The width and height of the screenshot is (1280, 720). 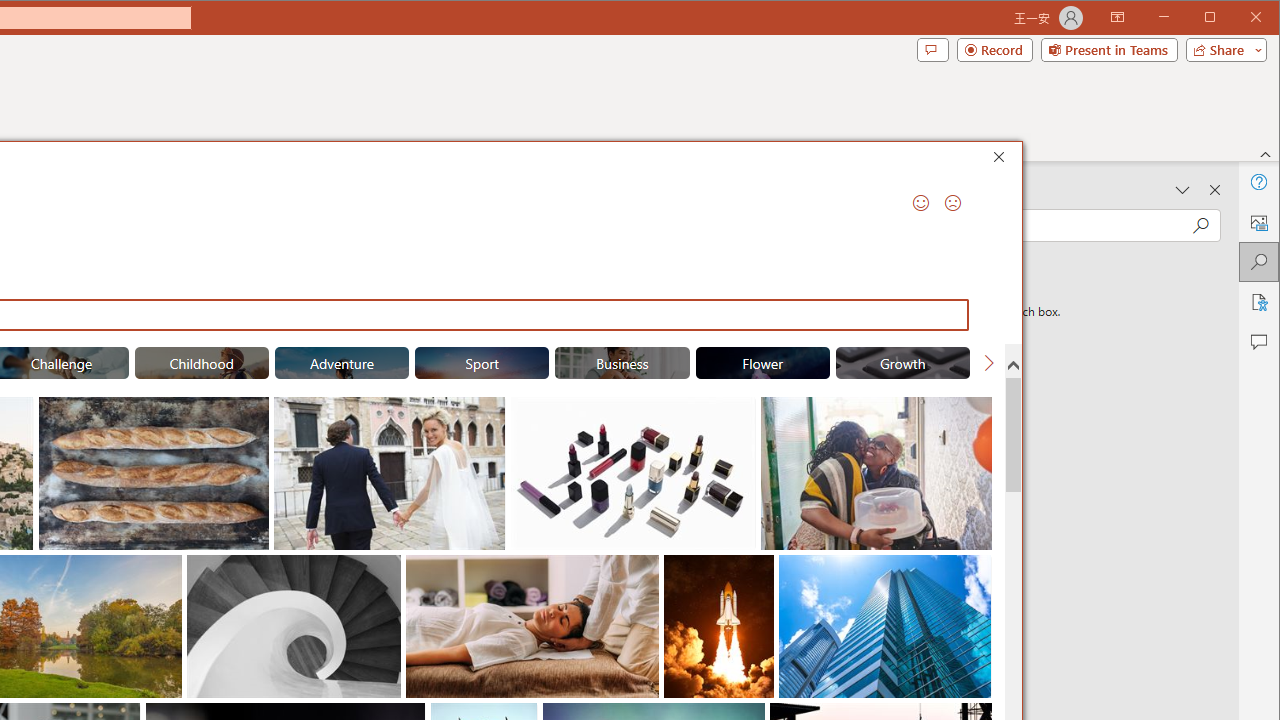 I want to click on '"Sport" Stock Images.', so click(x=481, y=362).